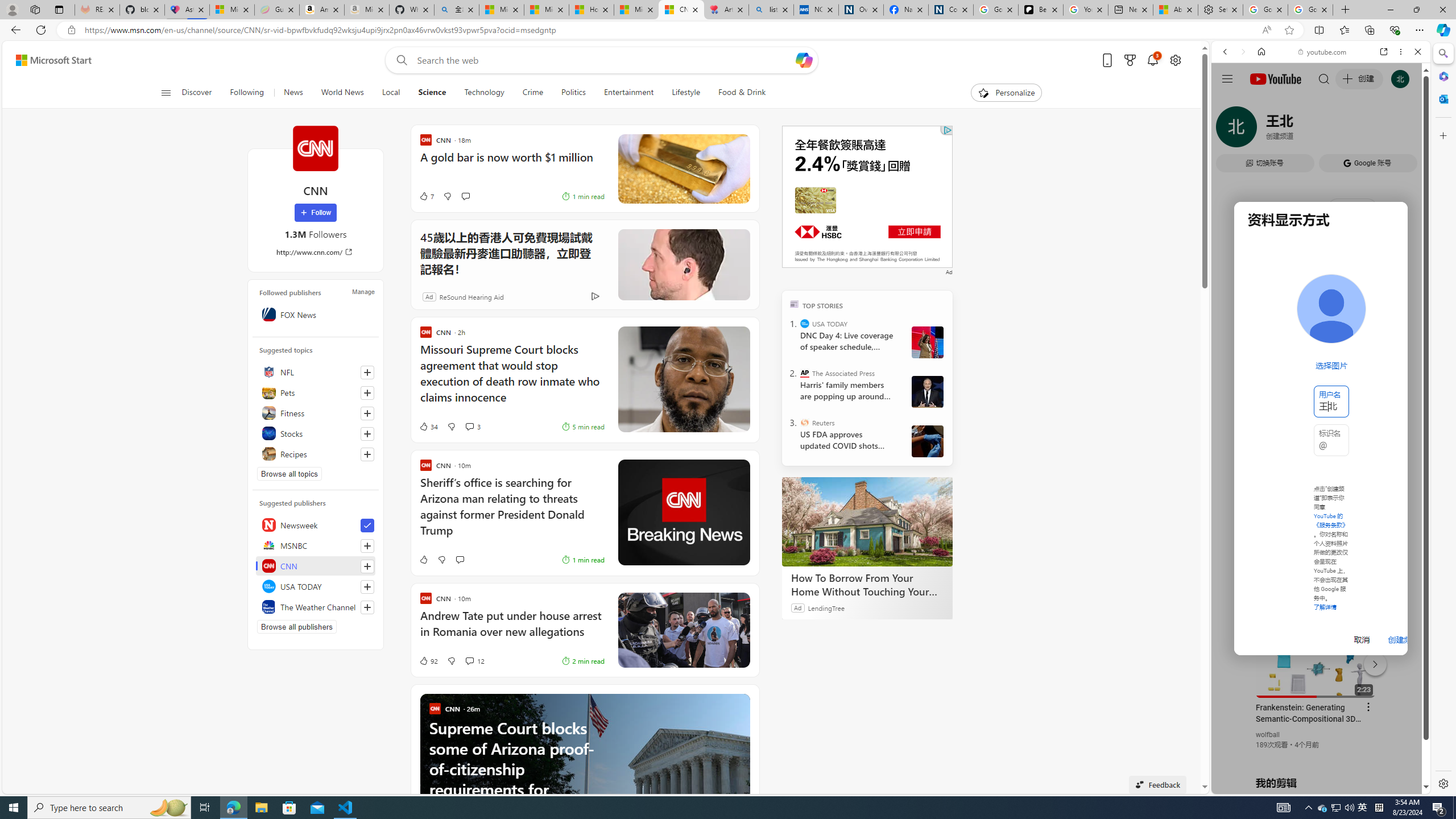 Image resolution: width=1456 pixels, height=819 pixels. Describe the element at coordinates (804, 323) in the screenshot. I see `'USA TODAY'` at that location.